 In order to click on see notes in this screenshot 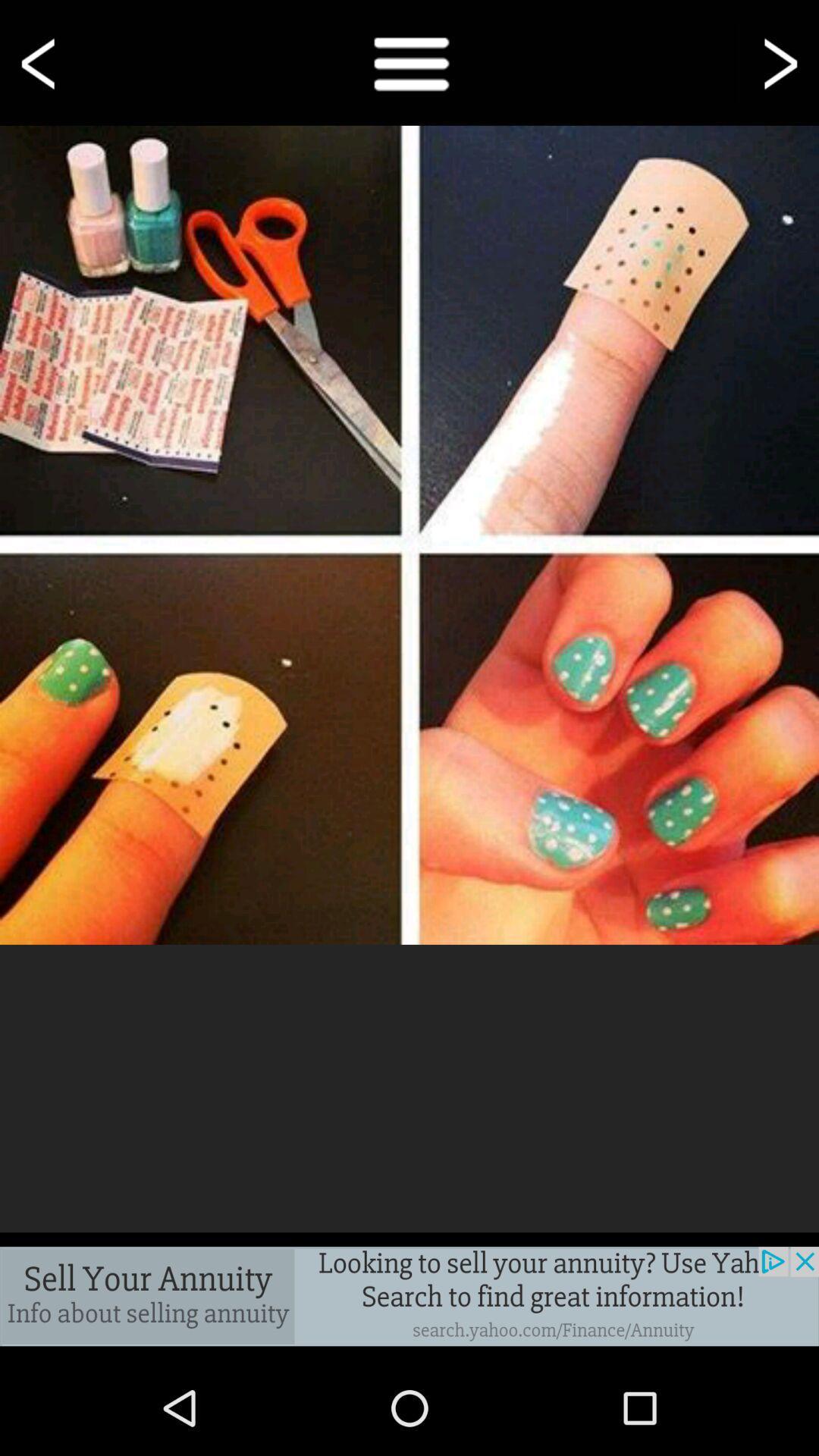, I will do `click(409, 61)`.